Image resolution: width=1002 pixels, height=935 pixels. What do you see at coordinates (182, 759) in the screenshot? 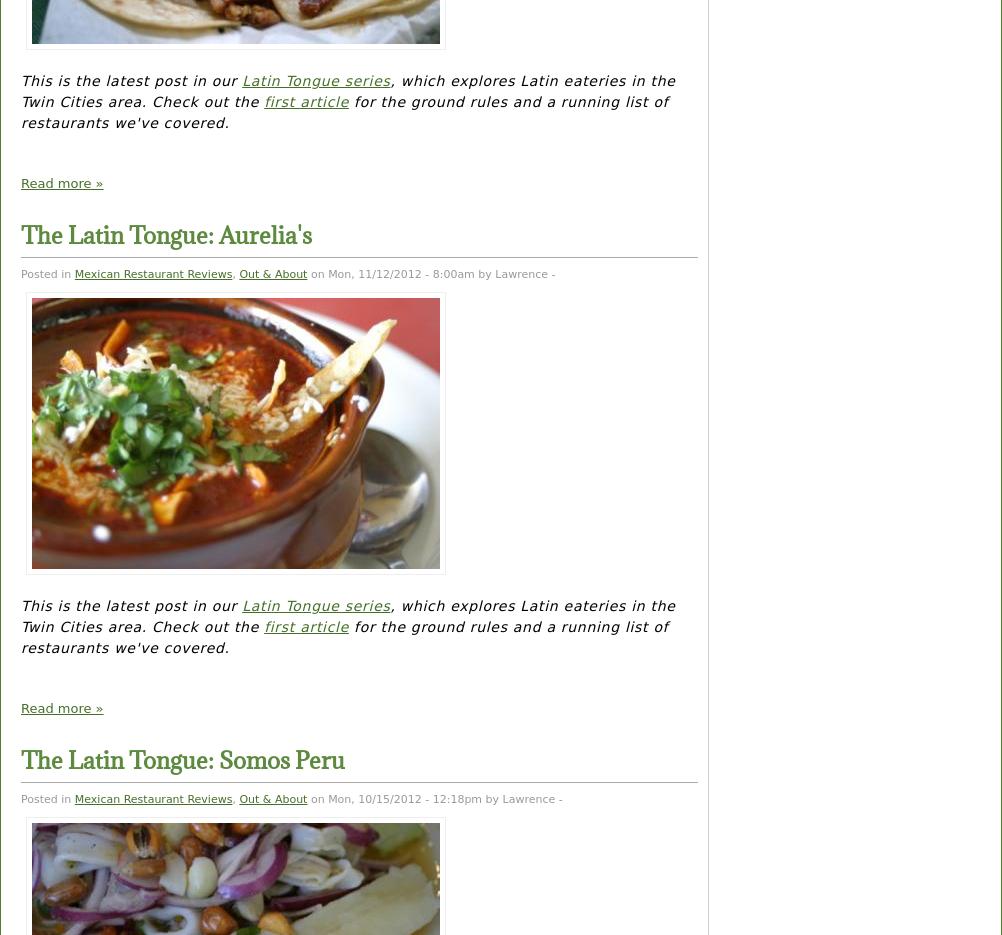
I see `'The Latin Tongue: Somos Peru'` at bounding box center [182, 759].